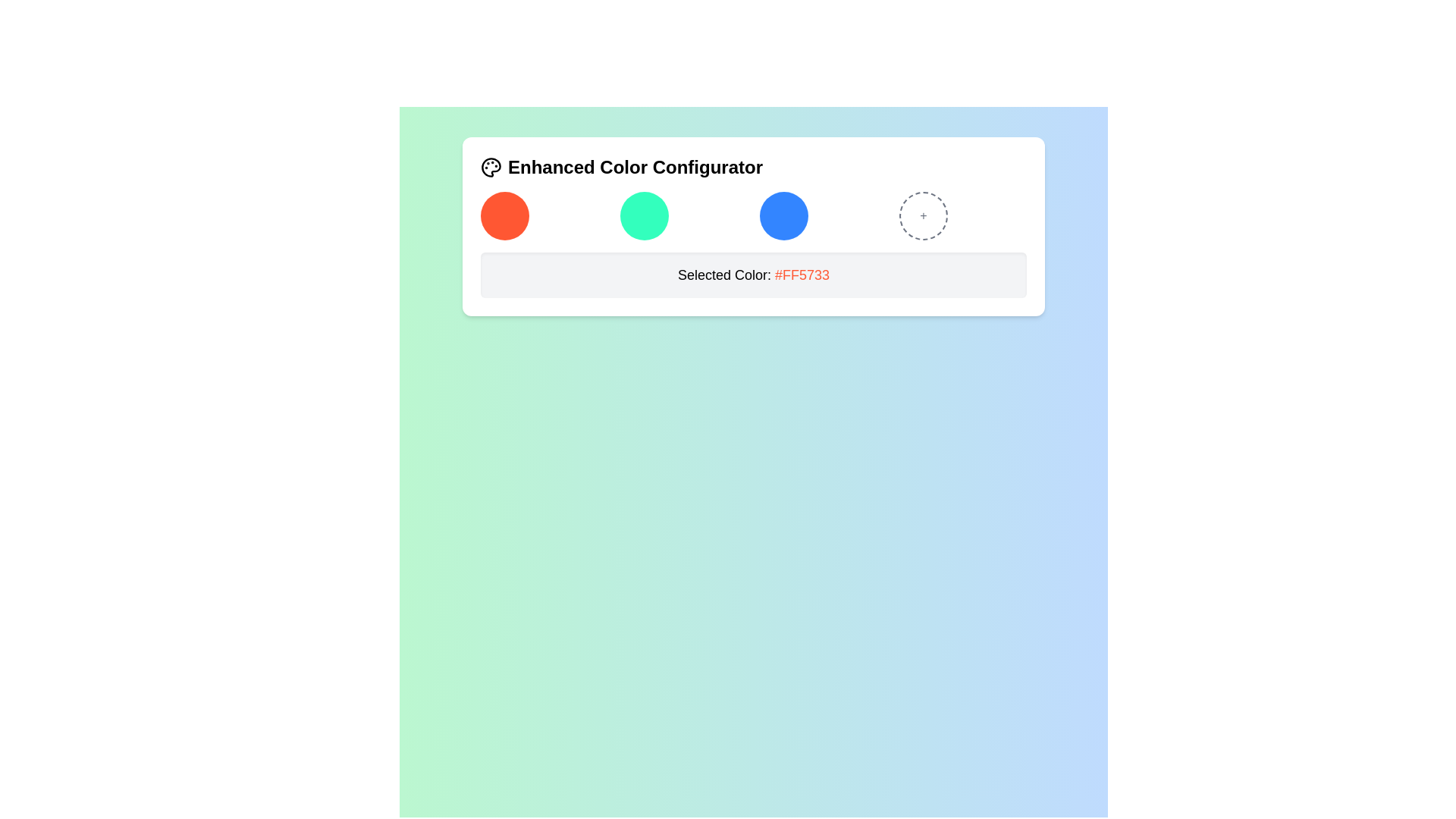  I want to click on the second circular selectable button located in a horizontal sequence of circular elements, positioned between an orange circle on its left and a blue circle on its right, so click(644, 216).